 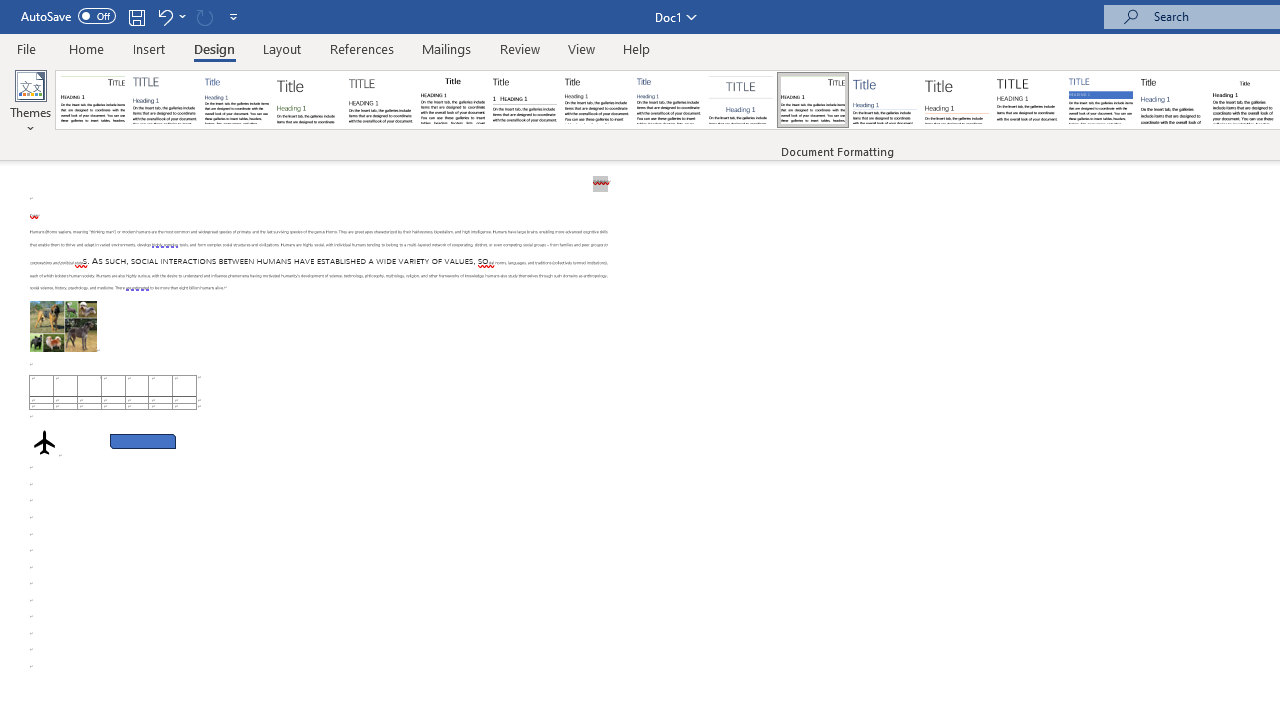 I want to click on 'Lines (Stylish)', so click(x=956, y=100).